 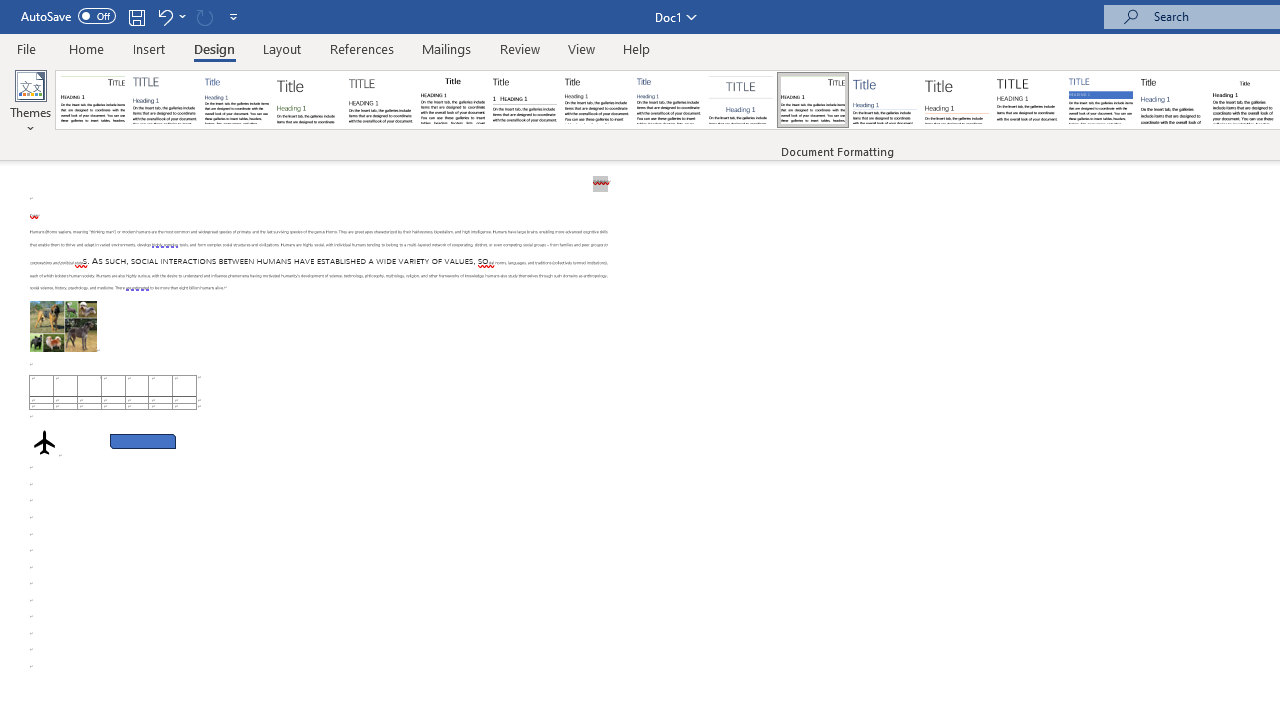 I want to click on 'Lines (Stylish)', so click(x=956, y=100).